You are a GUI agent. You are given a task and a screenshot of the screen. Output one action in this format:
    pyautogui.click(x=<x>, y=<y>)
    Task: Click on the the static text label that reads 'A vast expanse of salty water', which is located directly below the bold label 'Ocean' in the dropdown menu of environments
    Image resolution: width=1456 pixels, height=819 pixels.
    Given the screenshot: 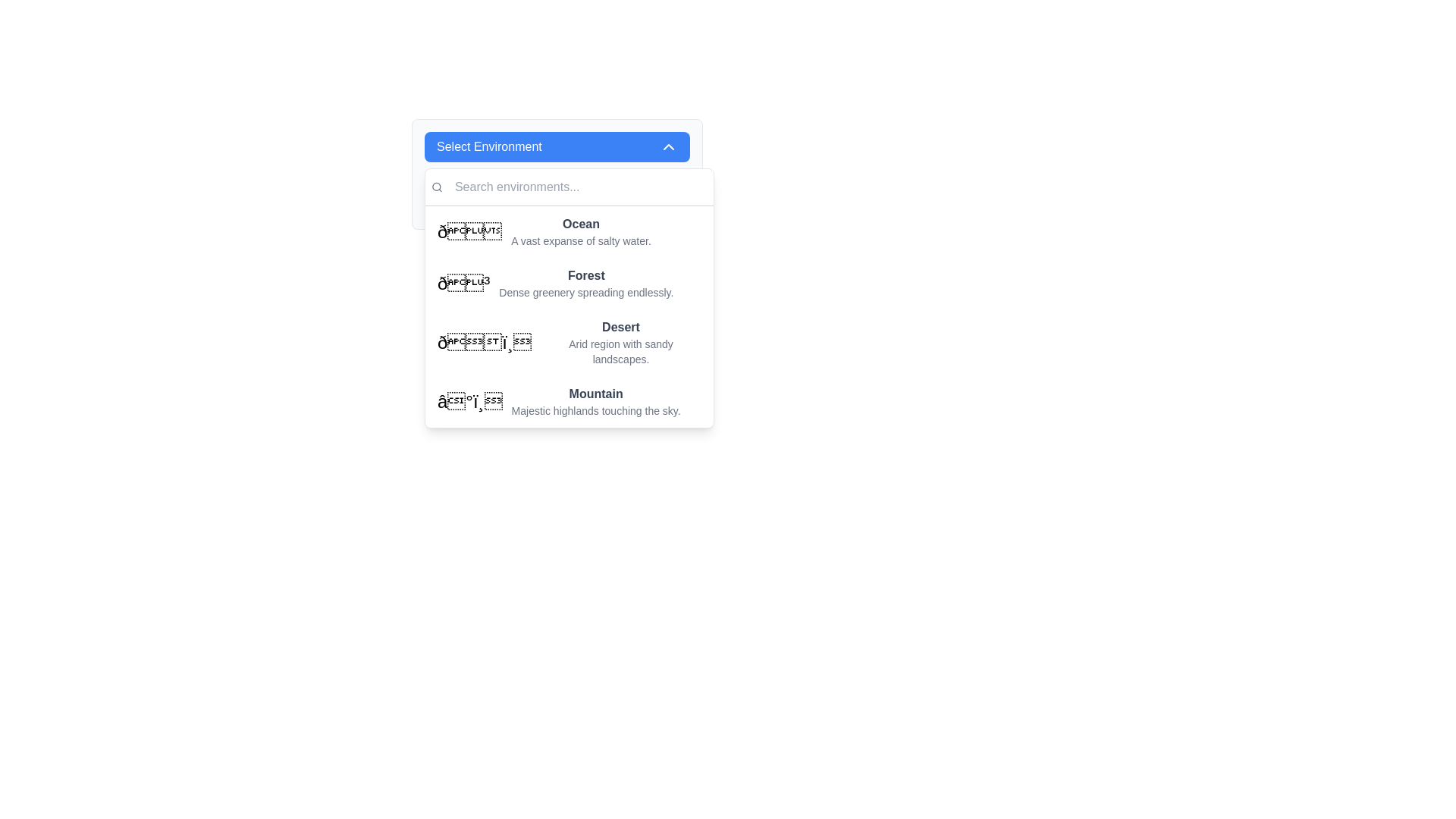 What is the action you would take?
    pyautogui.click(x=580, y=240)
    